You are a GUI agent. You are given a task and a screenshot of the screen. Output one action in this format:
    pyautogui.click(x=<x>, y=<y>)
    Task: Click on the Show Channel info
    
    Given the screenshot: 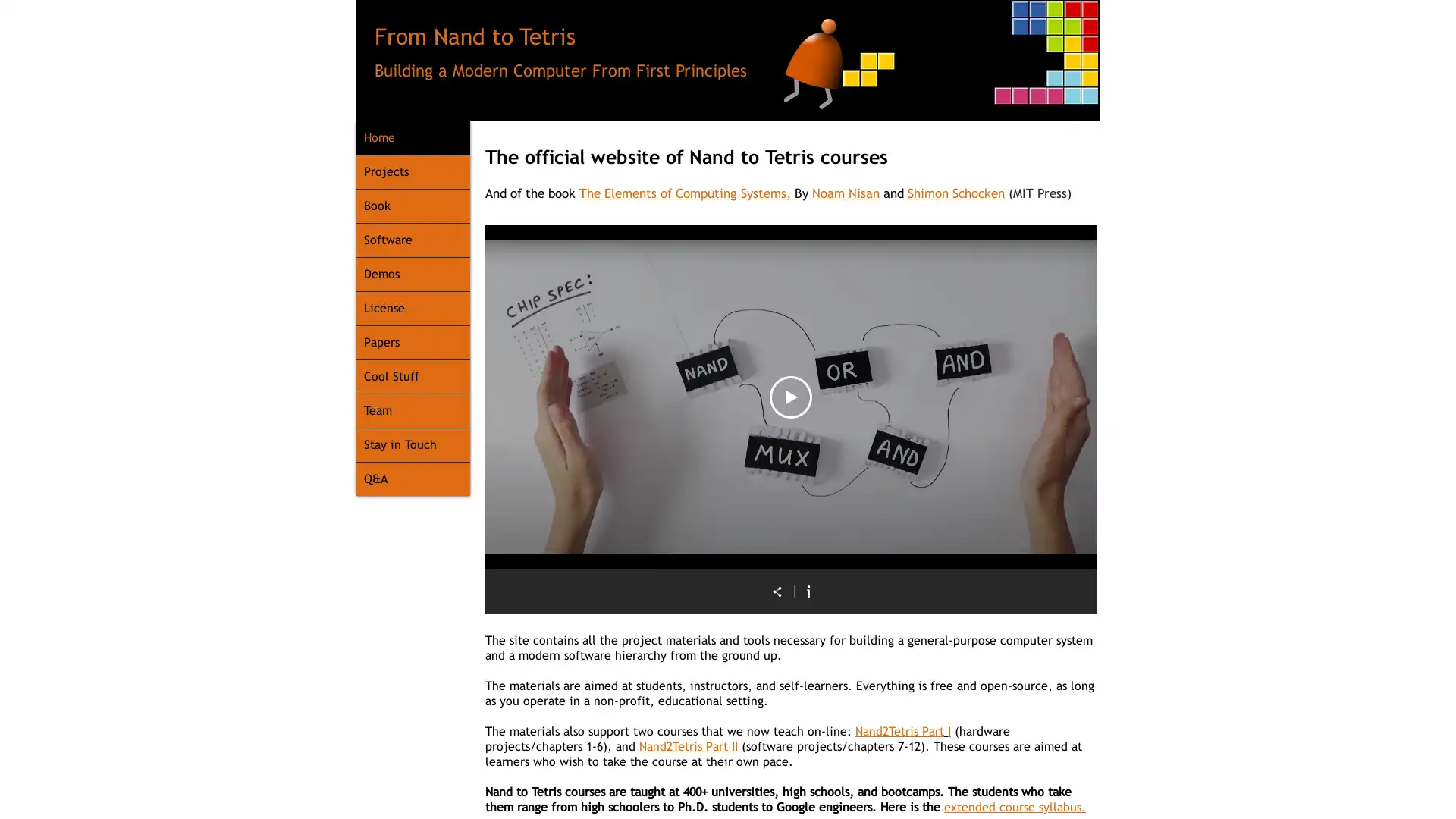 What is the action you would take?
    pyautogui.click(x=807, y=590)
    